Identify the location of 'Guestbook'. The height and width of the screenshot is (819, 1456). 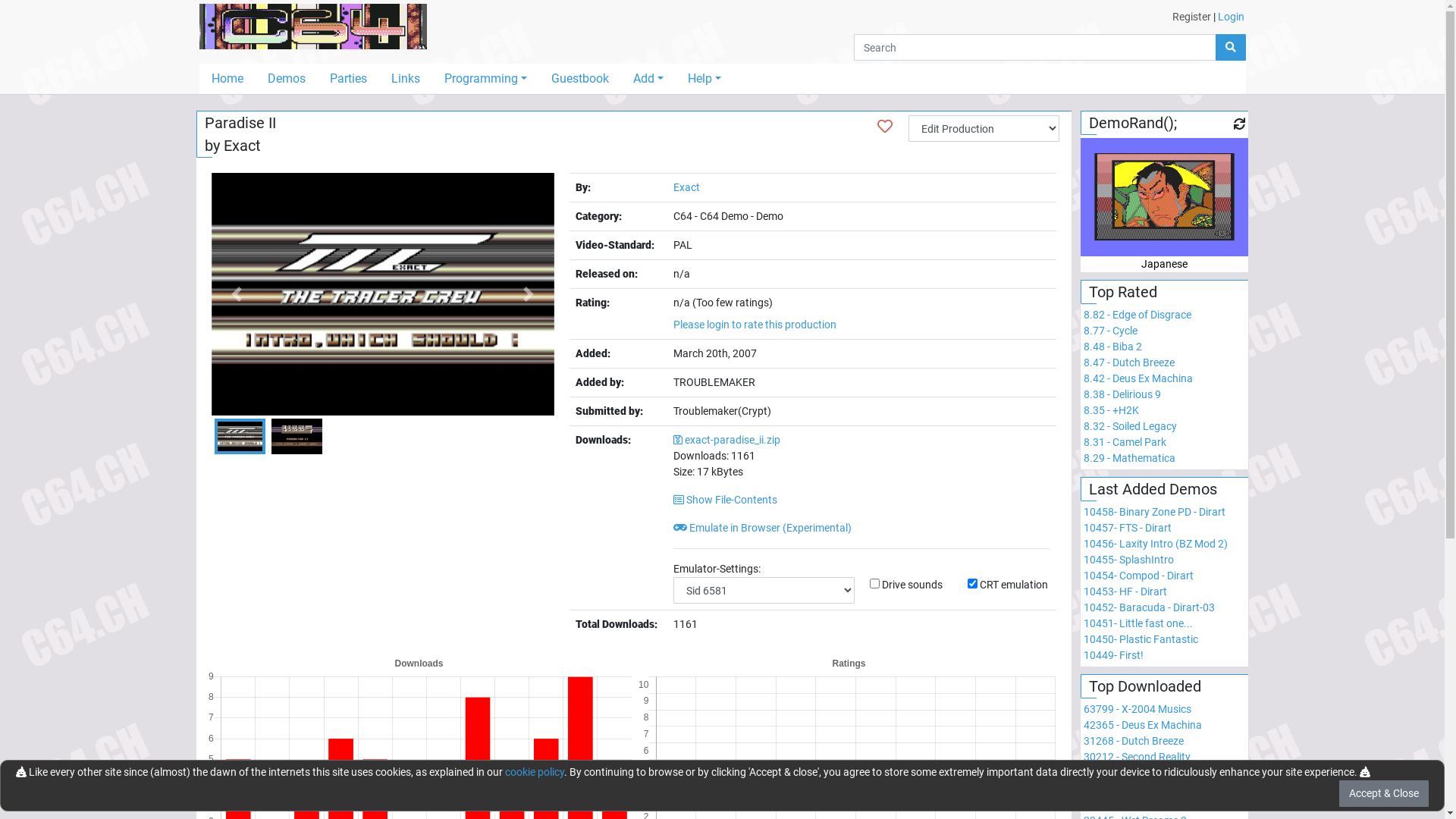
(579, 79).